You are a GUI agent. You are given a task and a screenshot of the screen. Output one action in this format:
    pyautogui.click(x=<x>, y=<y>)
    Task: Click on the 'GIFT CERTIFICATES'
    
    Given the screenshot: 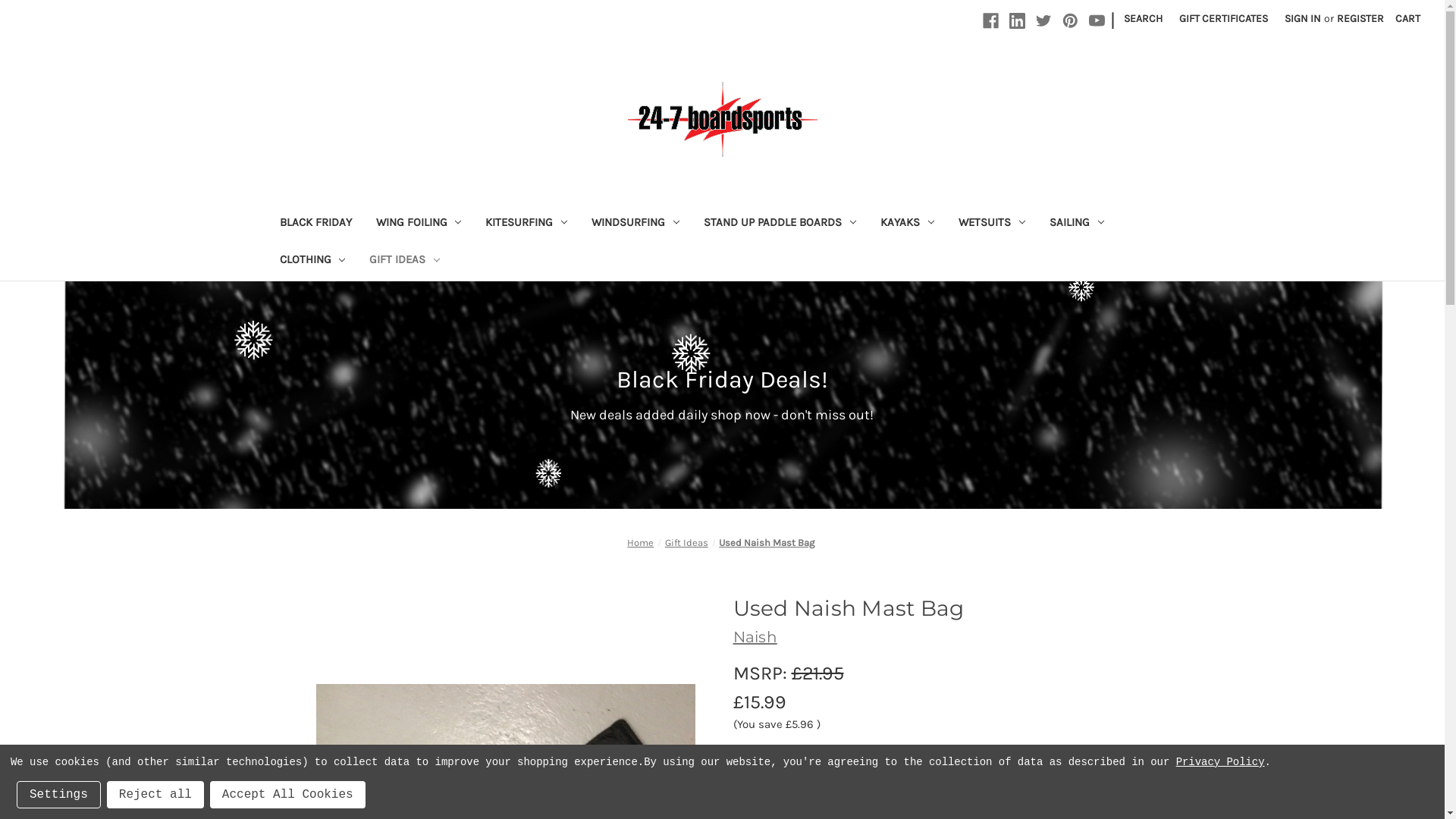 What is the action you would take?
    pyautogui.click(x=1223, y=18)
    